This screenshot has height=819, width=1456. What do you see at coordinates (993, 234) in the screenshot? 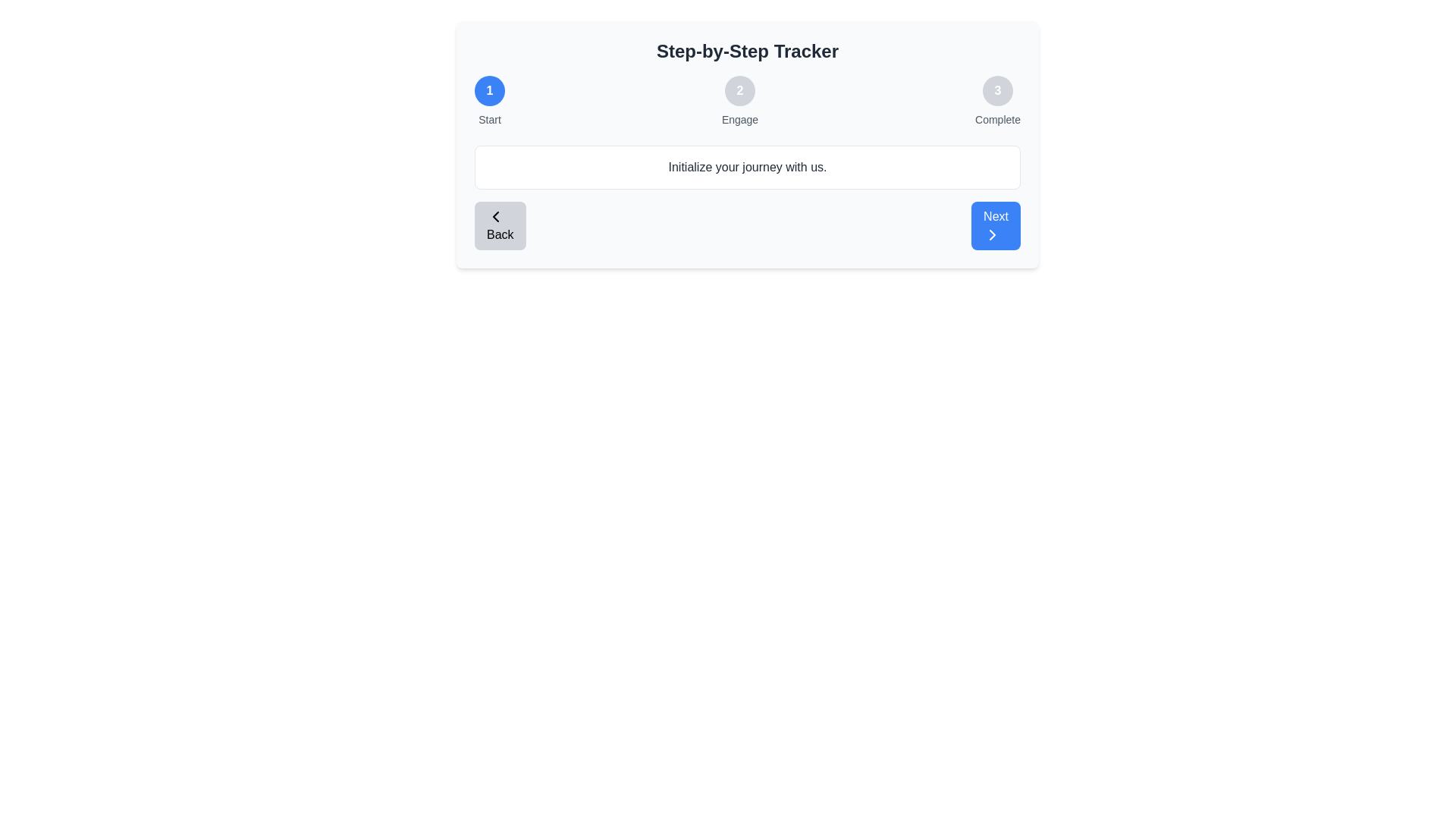
I see `the 'Next' button icon, which indicates forward navigation and is located near the right edge of the button` at bounding box center [993, 234].